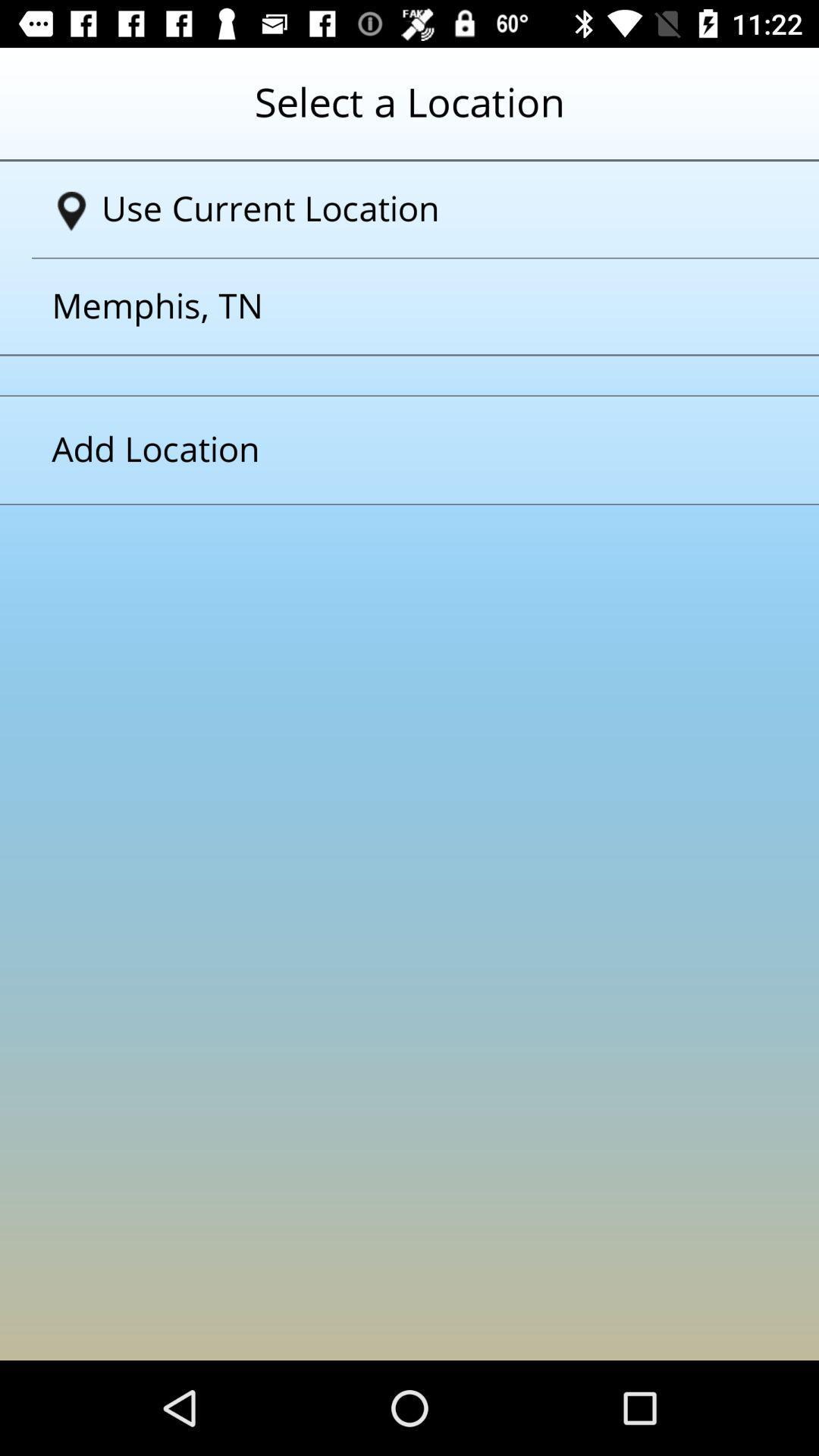  Describe the element at coordinates (415, 209) in the screenshot. I see `the text which is to the immediate right of navigation symbol` at that location.